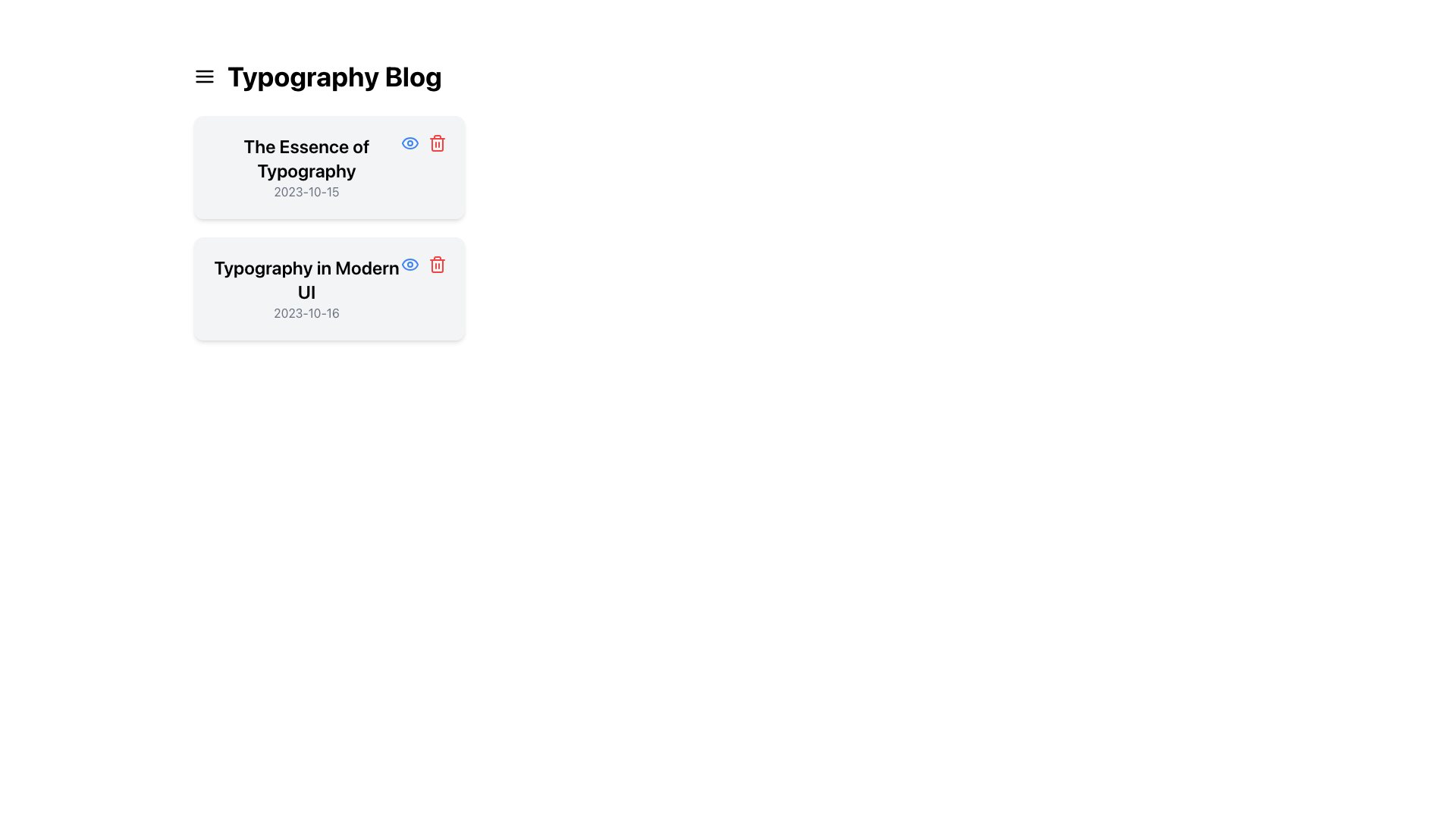 The height and width of the screenshot is (819, 1456). What do you see at coordinates (306, 191) in the screenshot?
I see `the Static Text Label indicating the date associated with the content titled 'The Essence of Typography', which is centrally aligned beneath the title text` at bounding box center [306, 191].